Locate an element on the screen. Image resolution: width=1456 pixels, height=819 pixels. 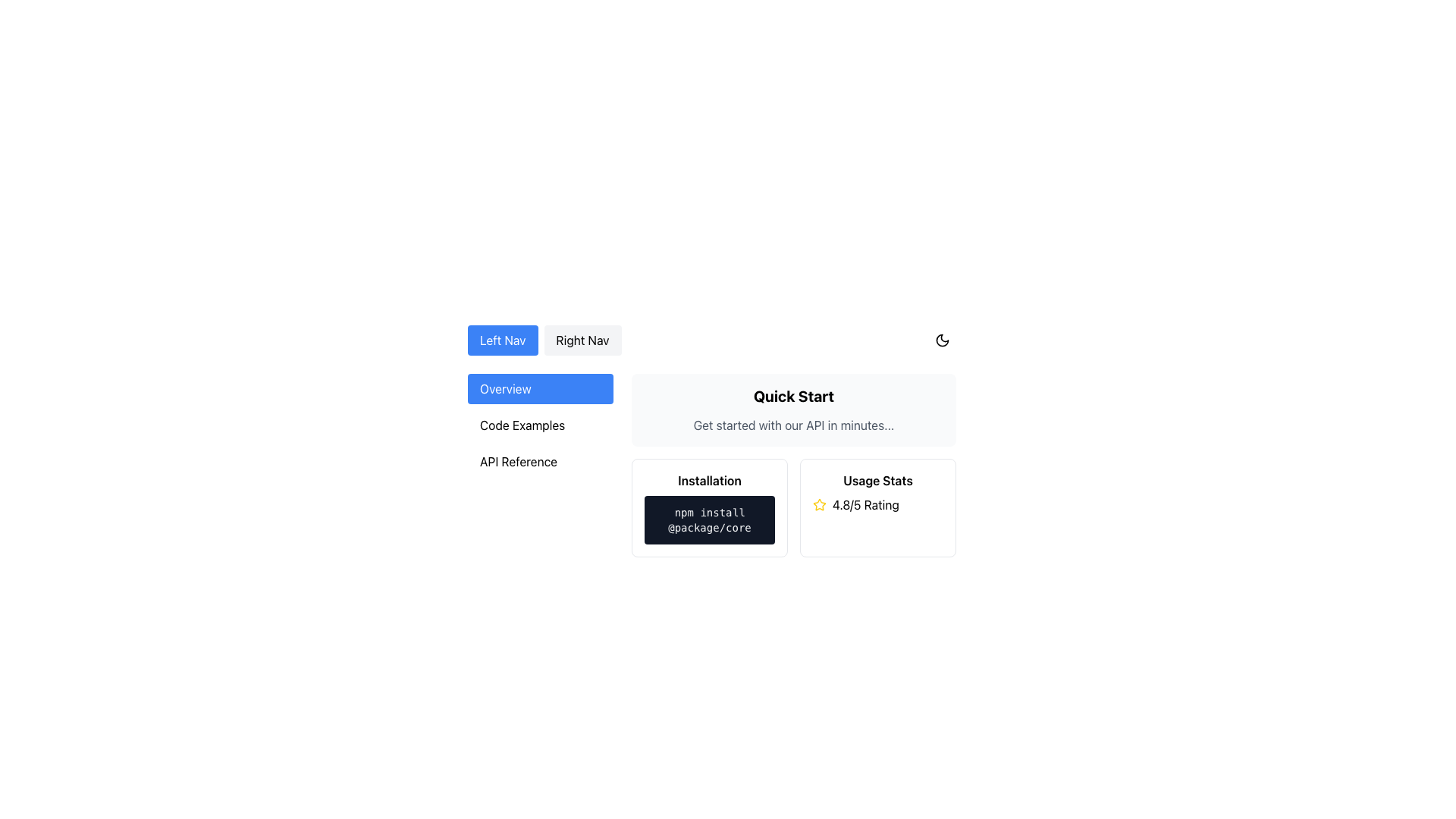
text from the bolded 'Quick Start' label located in the top-right section of the application interface is located at coordinates (792, 396).